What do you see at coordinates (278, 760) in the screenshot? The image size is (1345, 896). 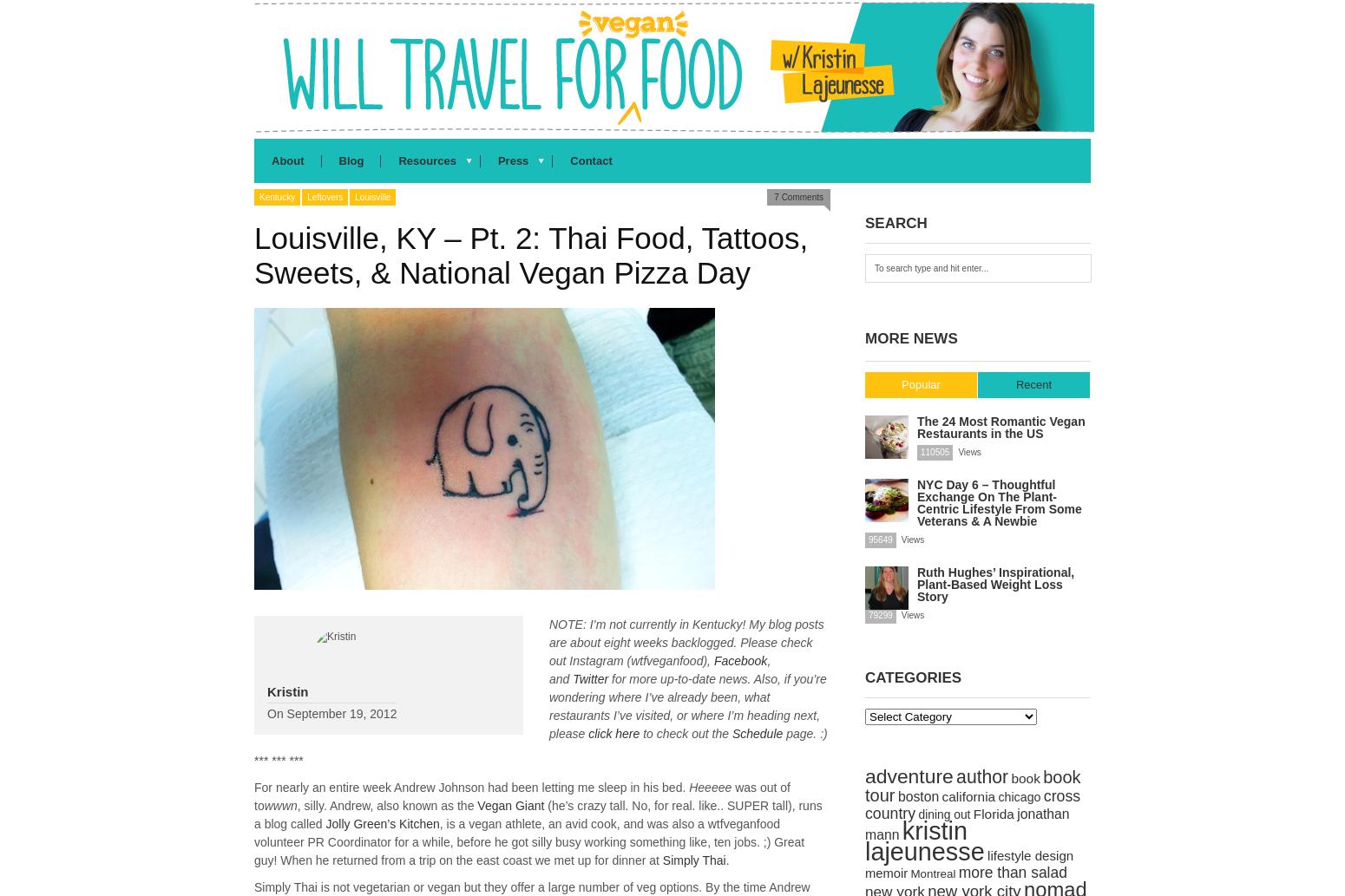 I see `'*** *** ***'` at bounding box center [278, 760].